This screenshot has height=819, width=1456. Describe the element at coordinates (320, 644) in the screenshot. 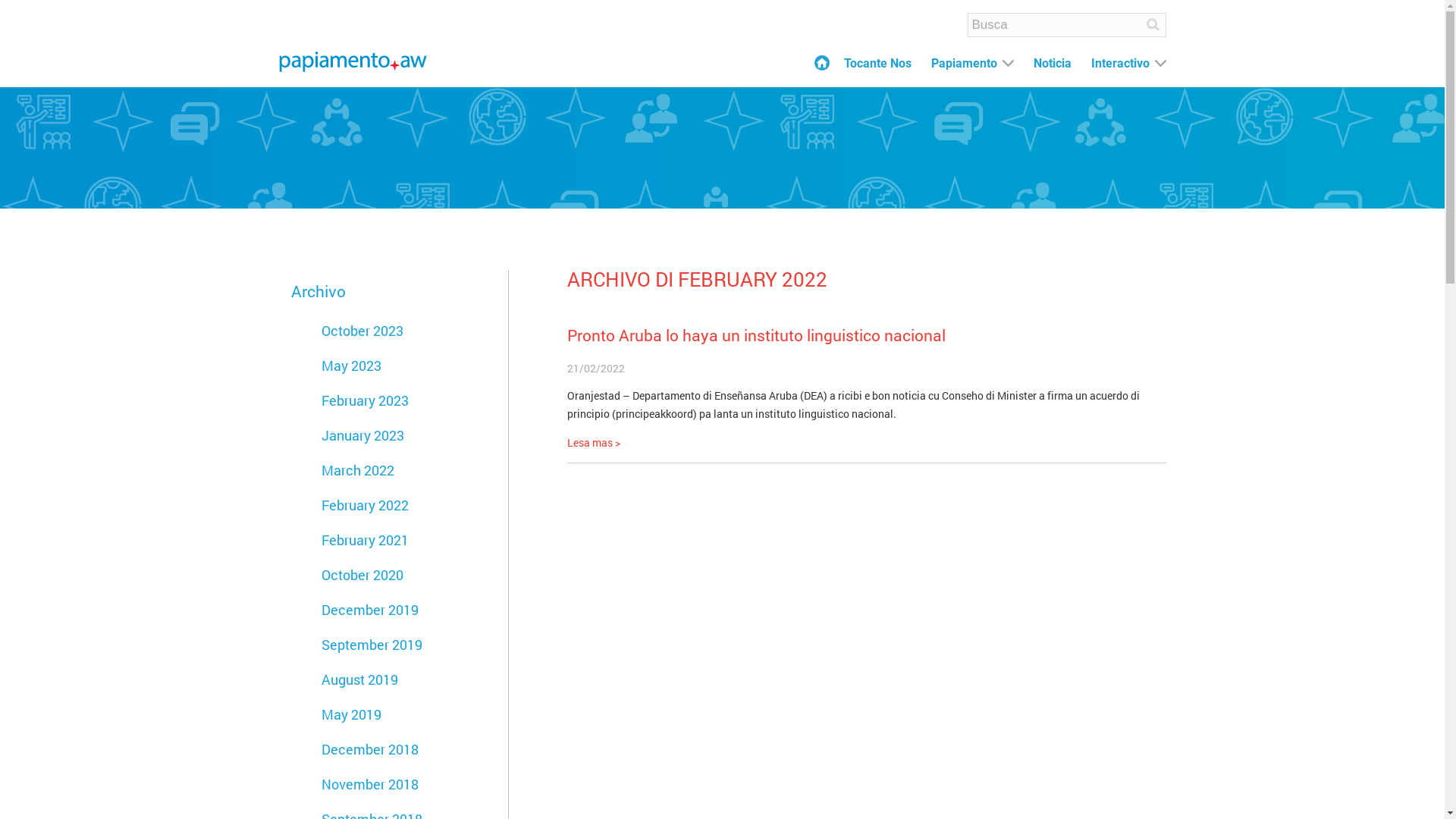

I see `'September 2019'` at that location.